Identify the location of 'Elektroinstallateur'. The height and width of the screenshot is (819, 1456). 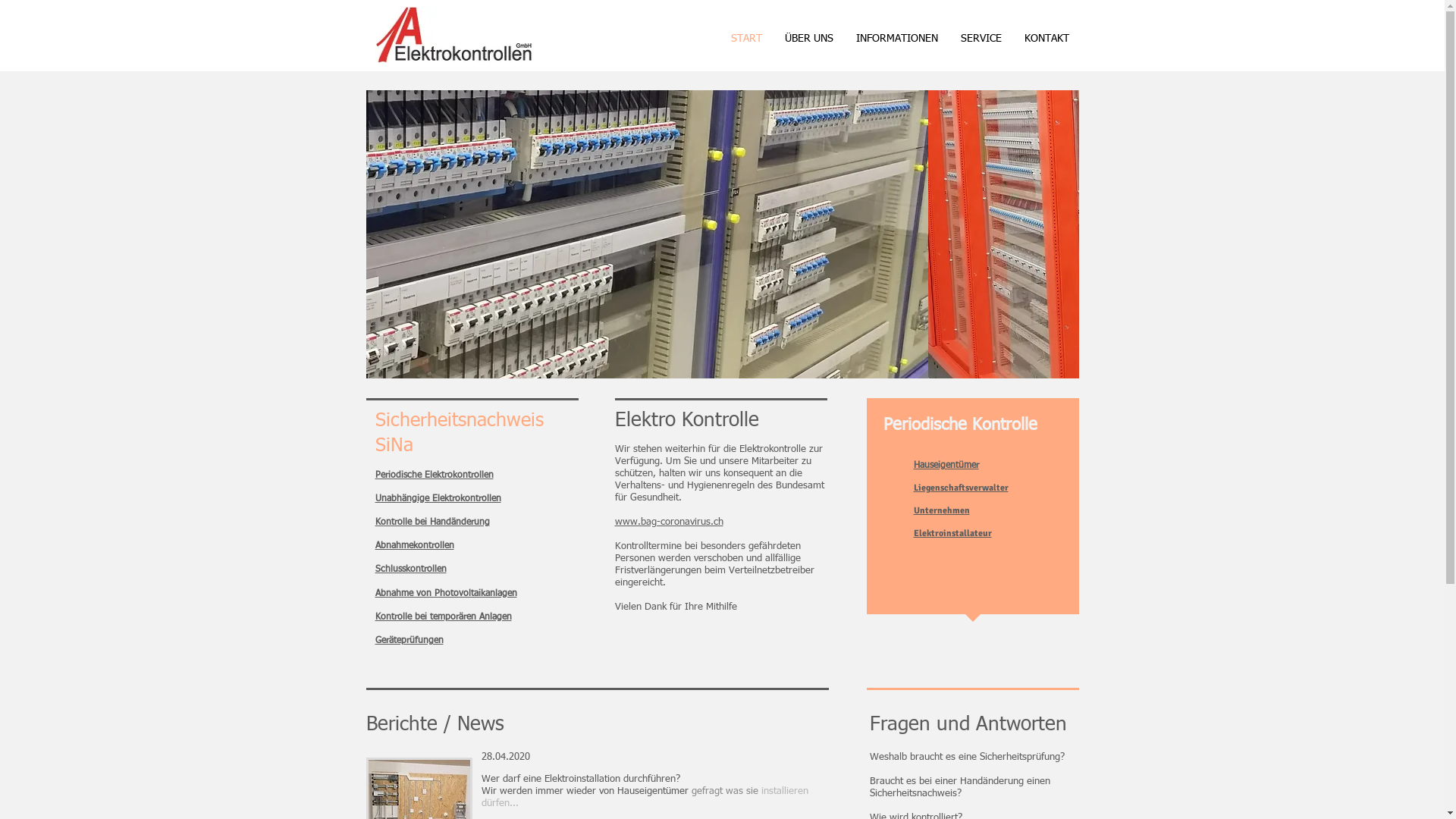
(951, 532).